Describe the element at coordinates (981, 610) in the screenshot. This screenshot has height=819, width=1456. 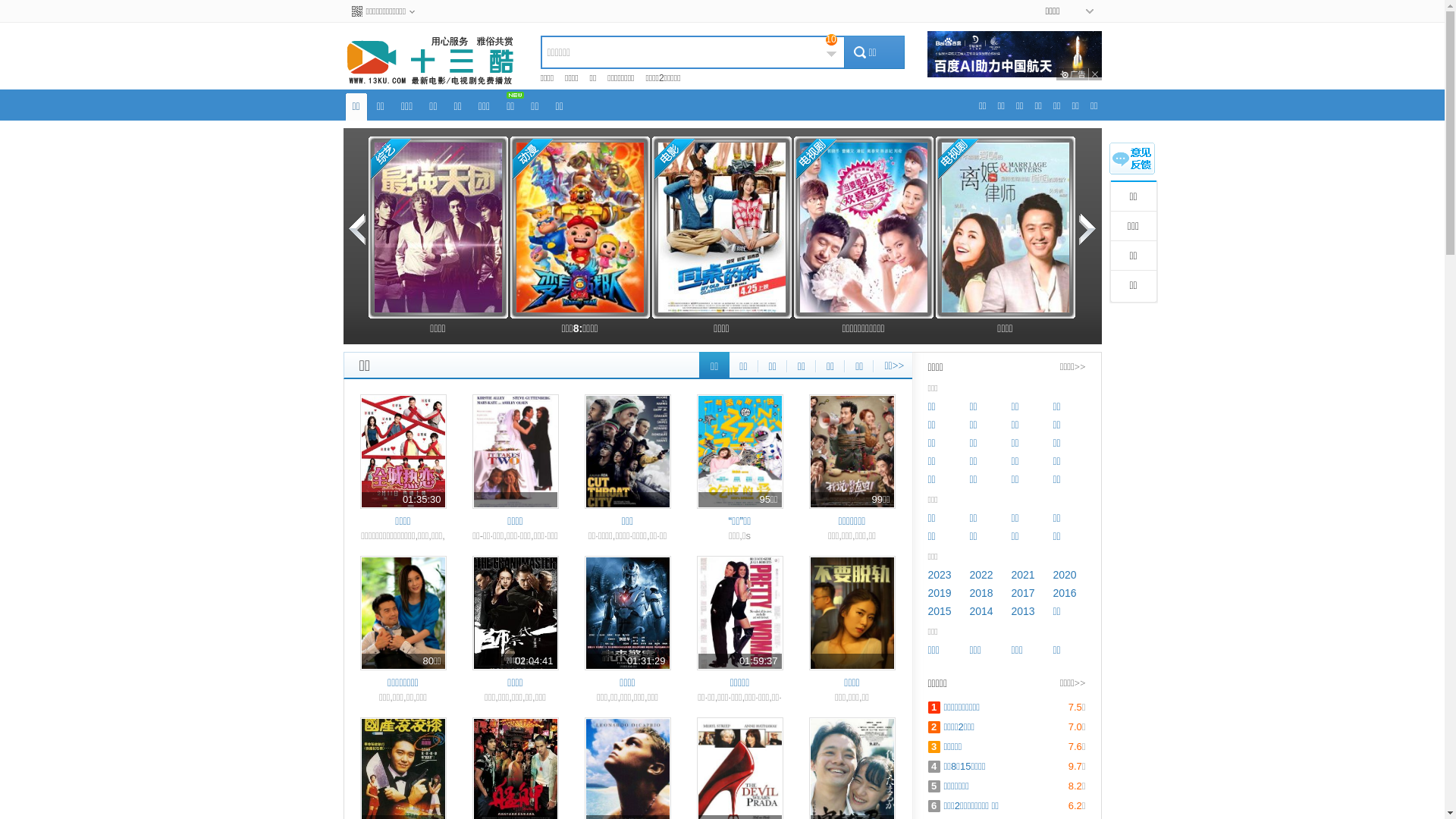
I see `'2014'` at that location.